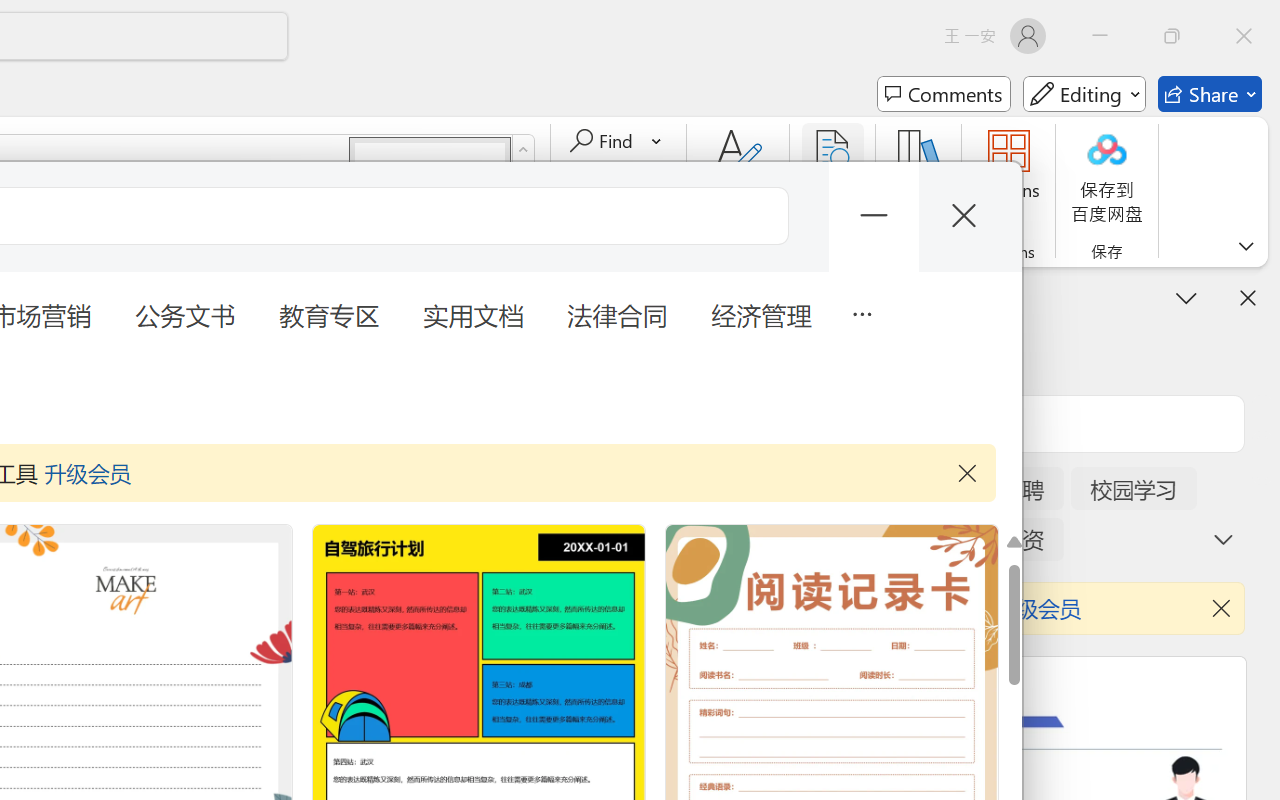 Image resolution: width=1280 pixels, height=800 pixels. I want to click on 'Find', so click(603, 141).